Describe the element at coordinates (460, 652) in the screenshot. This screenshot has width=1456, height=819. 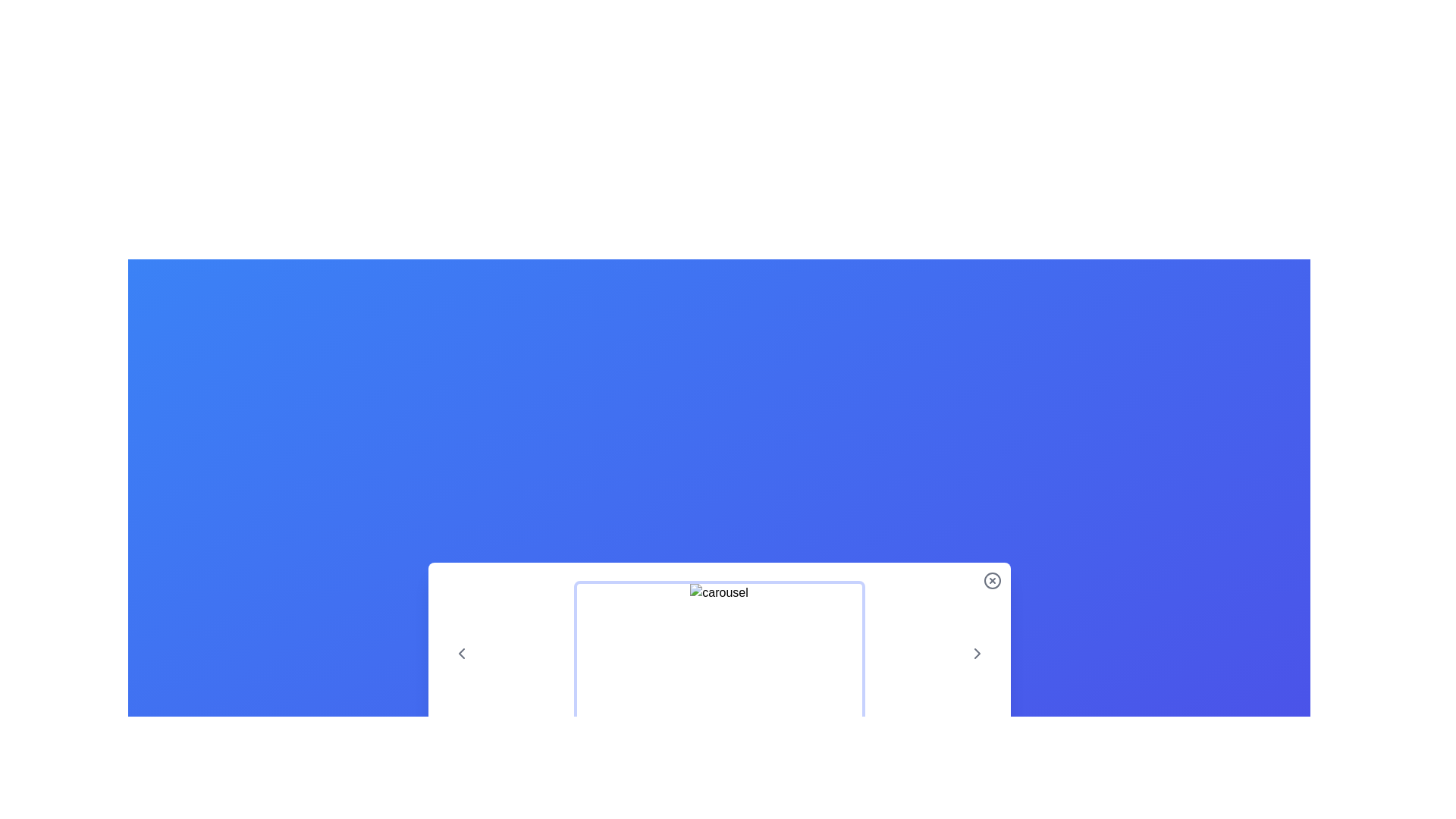
I see `the left navigation icon` at that location.